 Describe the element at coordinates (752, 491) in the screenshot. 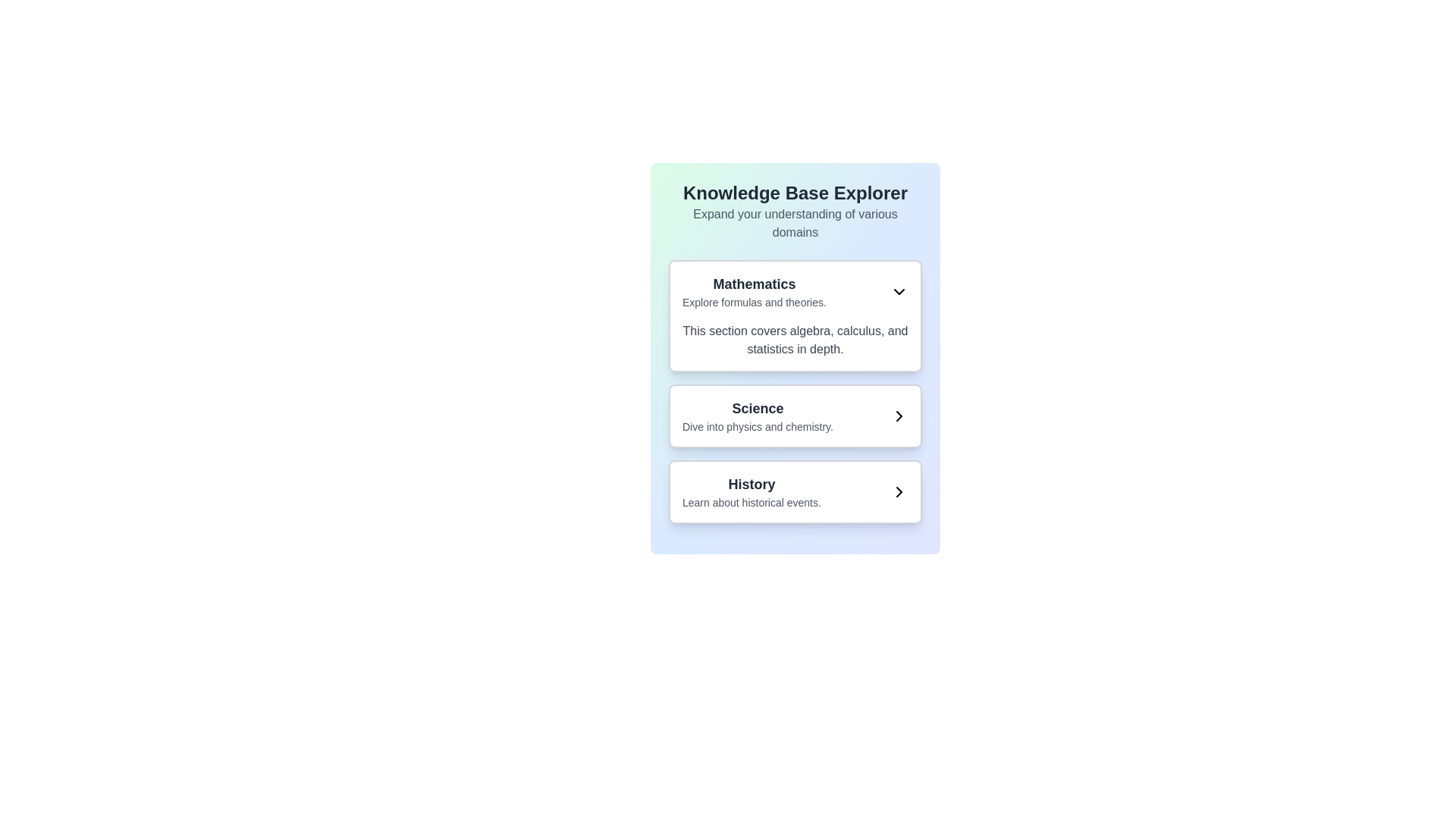

I see `the third navigation item in the 'Knowledge Base Explorer' section, which is related to historical events` at that location.